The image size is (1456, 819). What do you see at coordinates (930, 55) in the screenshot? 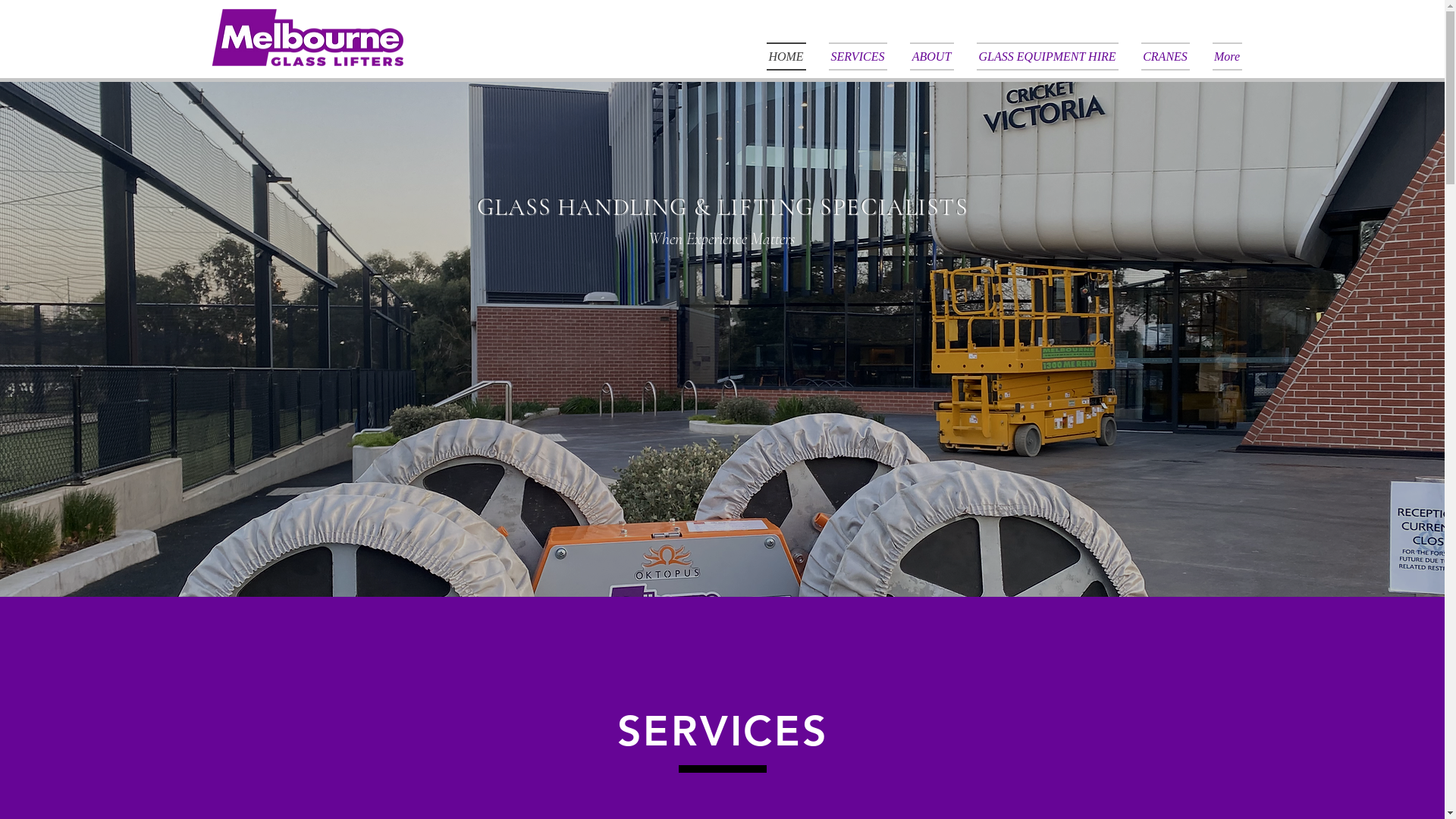
I see `'ABOUT'` at bounding box center [930, 55].